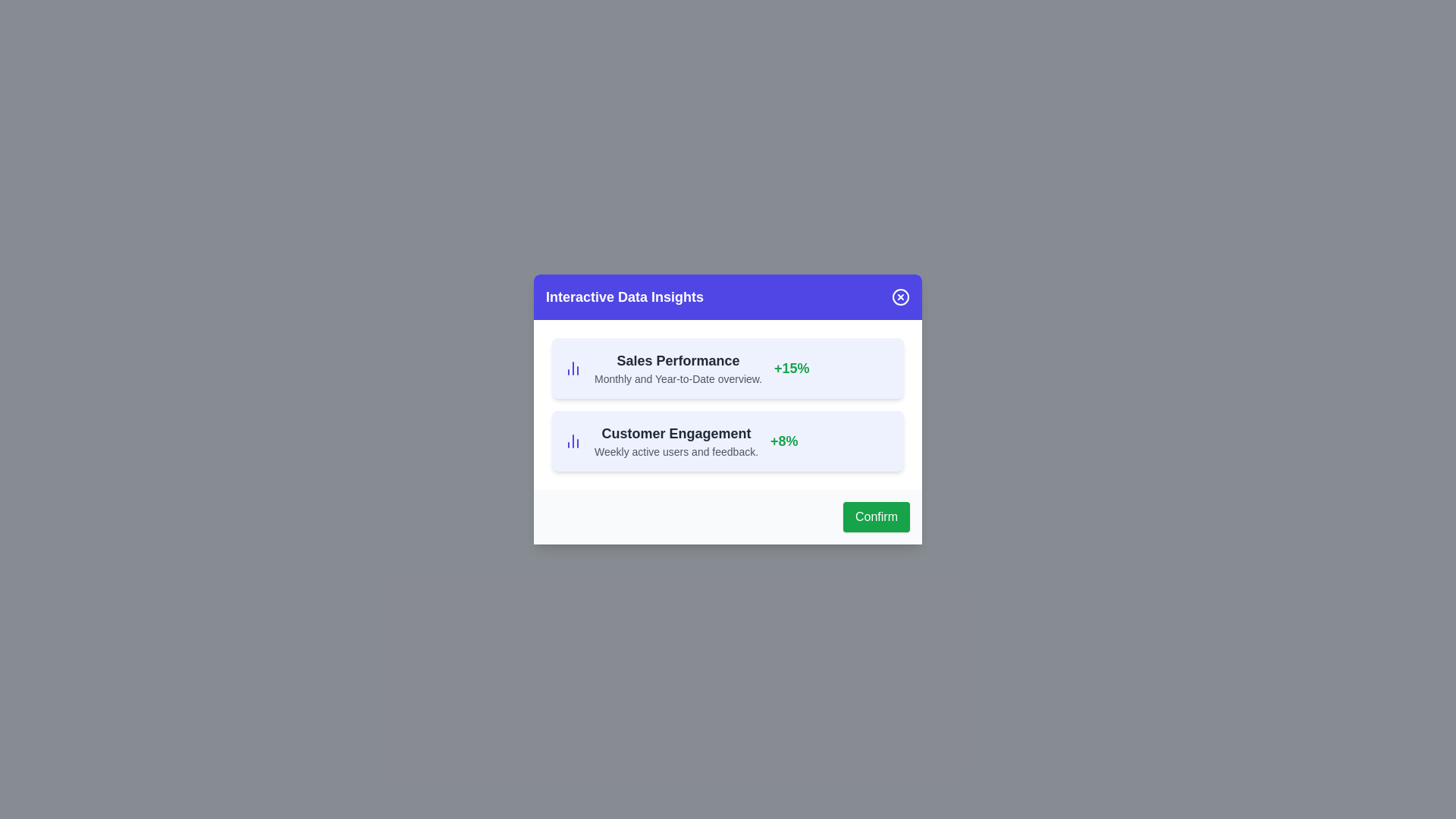 The image size is (1456, 819). I want to click on the data item corresponding to Customer Engagement, so click(728, 441).